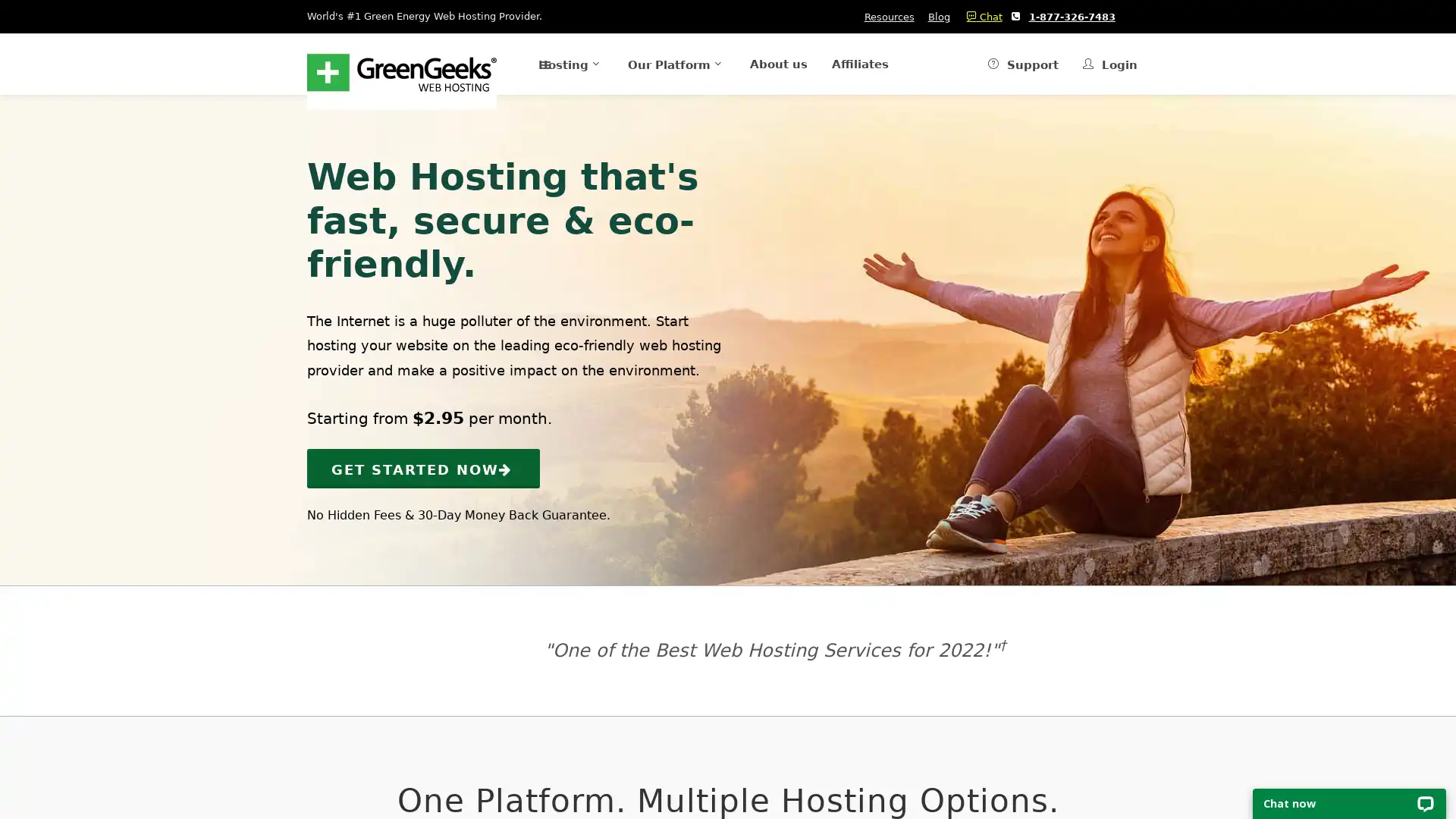 This screenshot has height=819, width=1456. I want to click on Get Started Now, so click(423, 467).